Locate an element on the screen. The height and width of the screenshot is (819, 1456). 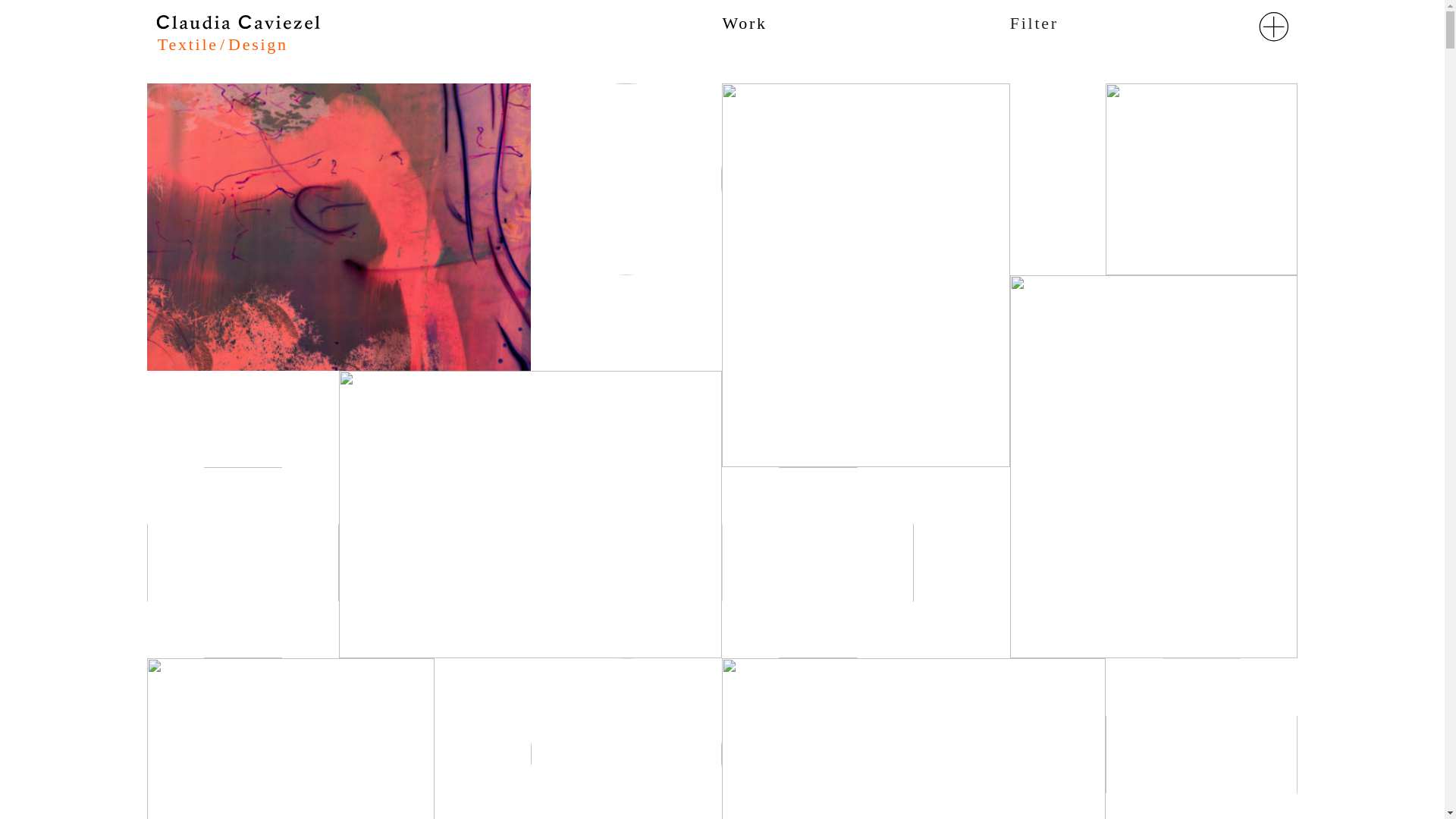
'Filter' is located at coordinates (1033, 24).